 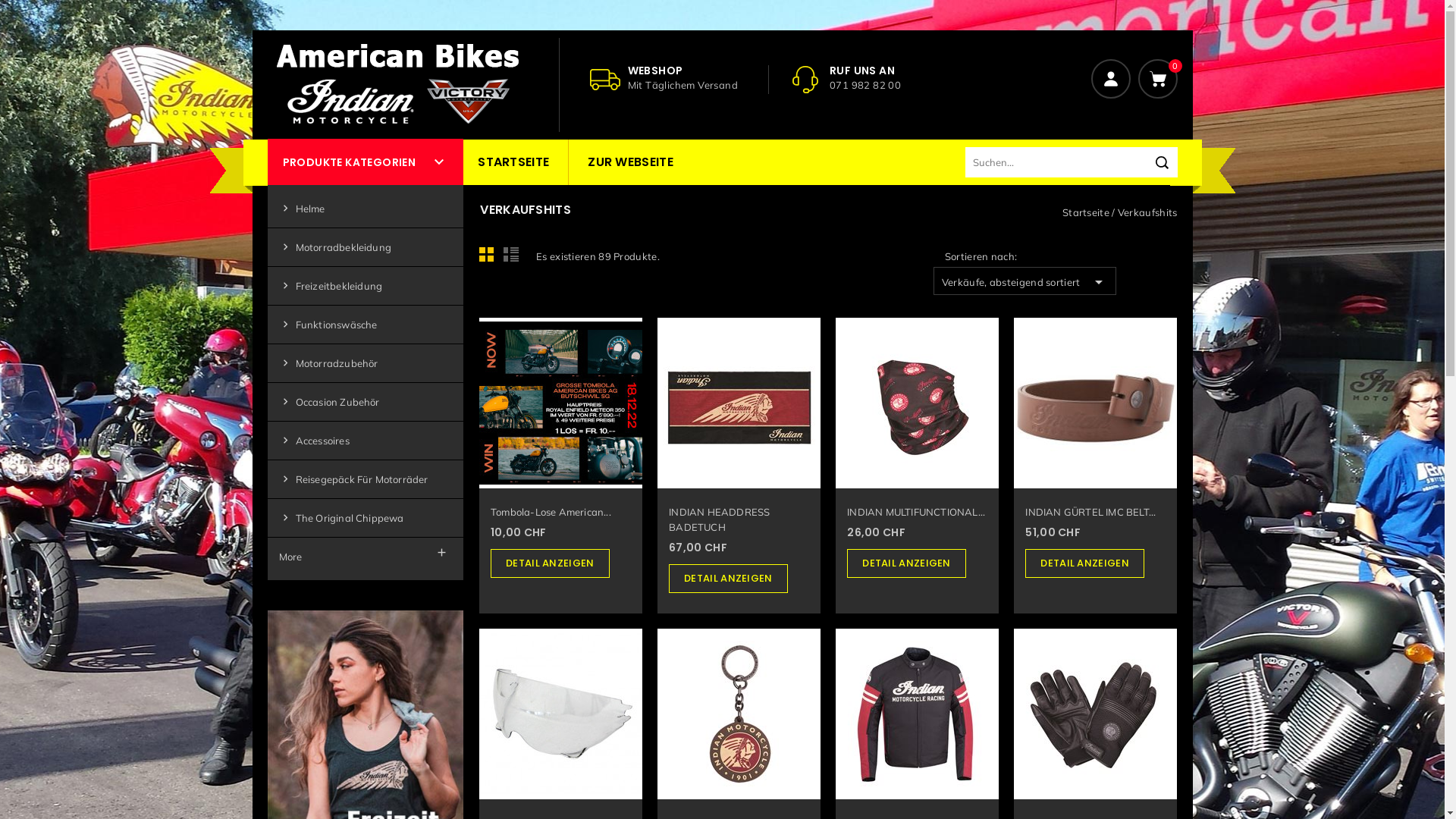 What do you see at coordinates (513, 162) in the screenshot?
I see `'STARTSEITE'` at bounding box center [513, 162].